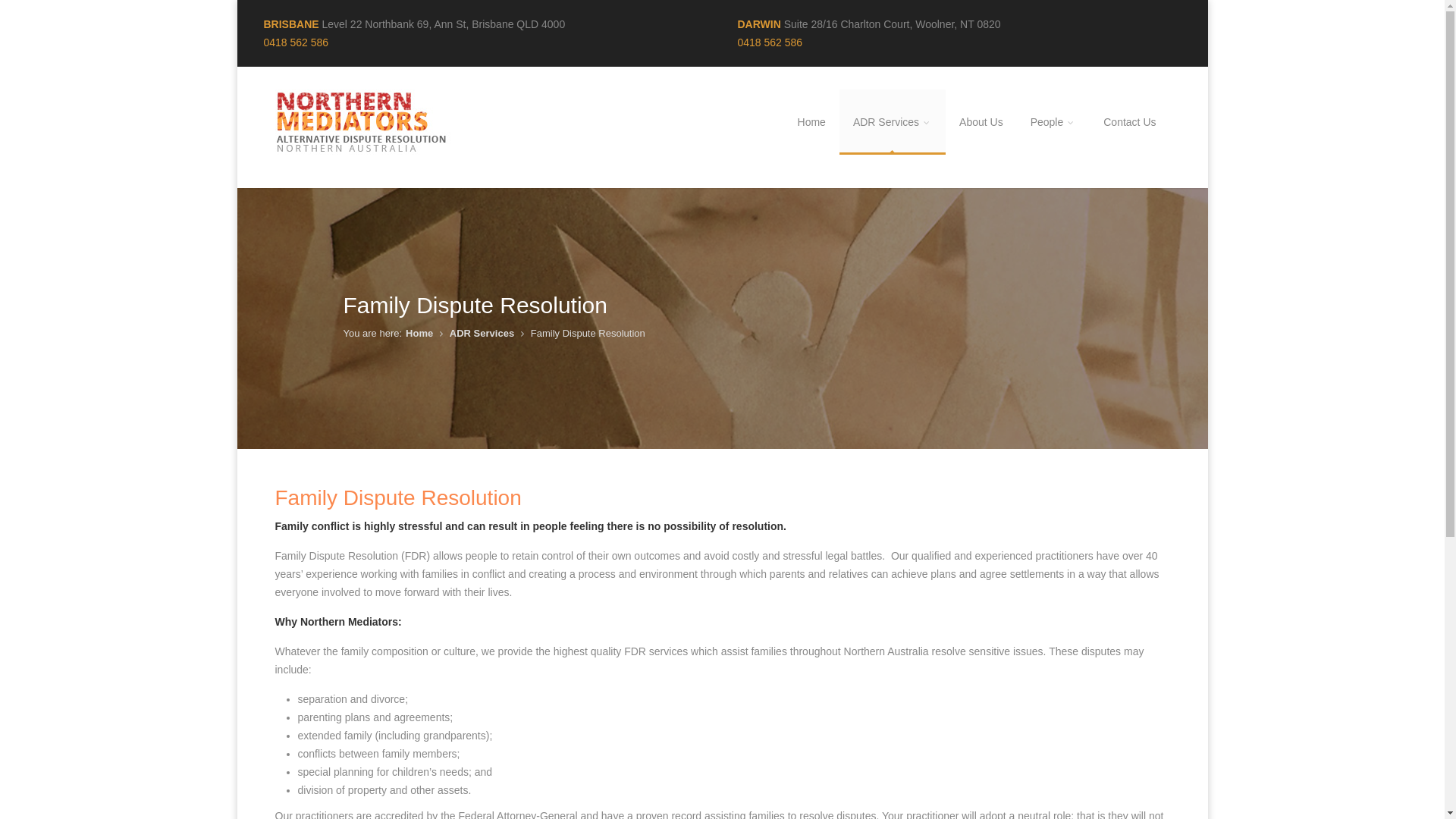  What do you see at coordinates (296, 42) in the screenshot?
I see `'0418 562 586'` at bounding box center [296, 42].